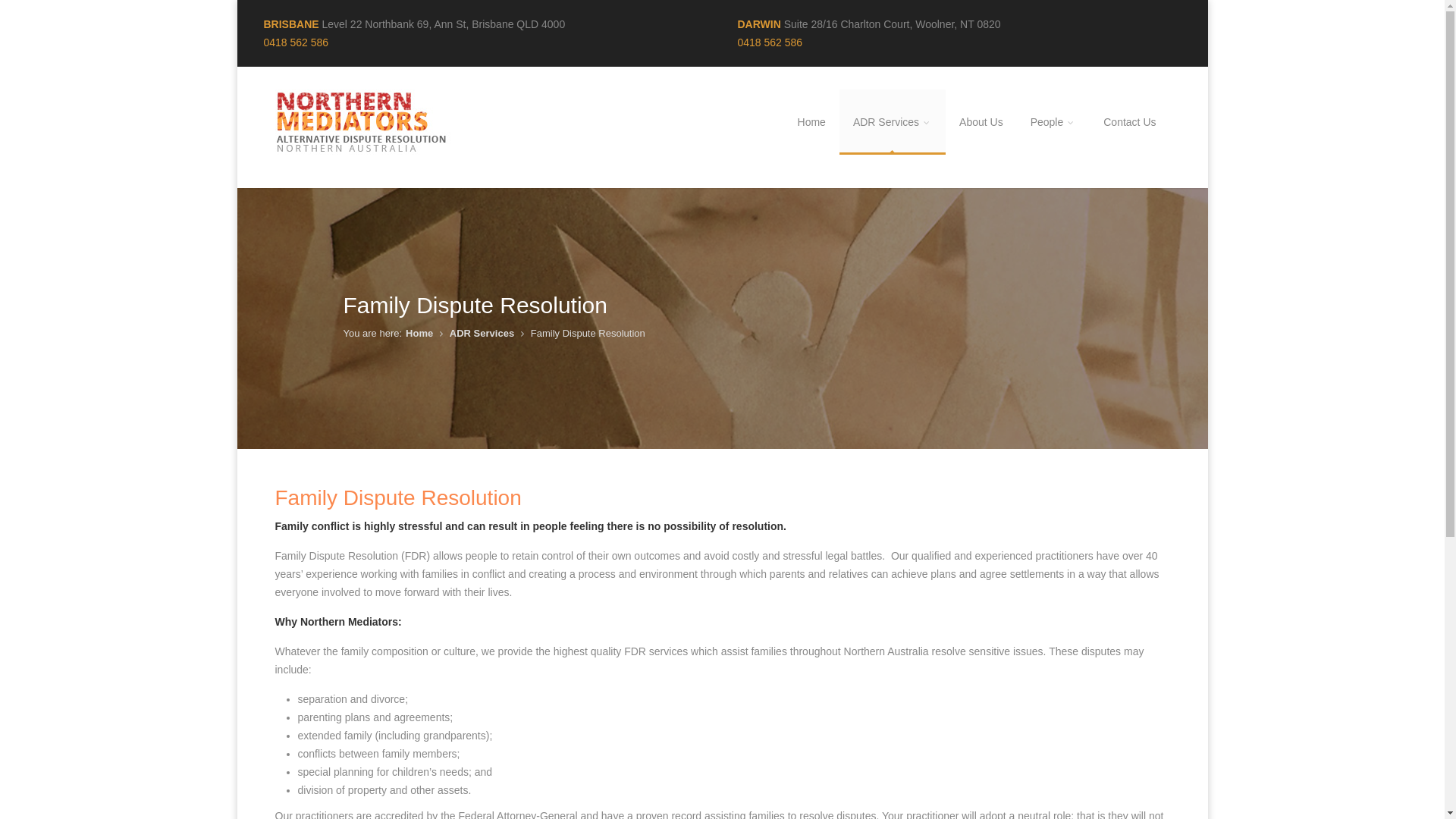  What do you see at coordinates (296, 42) in the screenshot?
I see `'0418 562 586'` at bounding box center [296, 42].